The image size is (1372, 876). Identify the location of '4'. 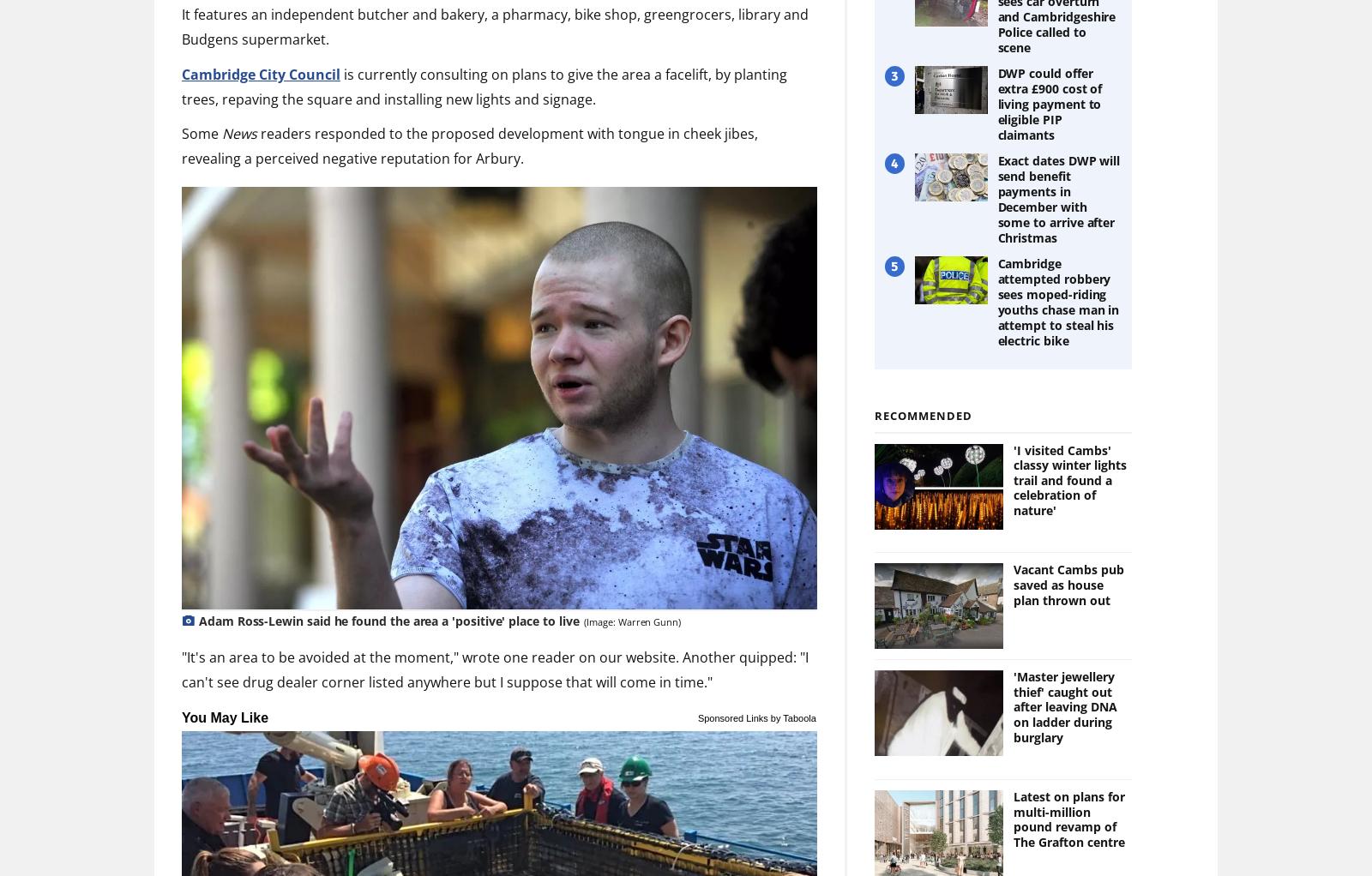
(894, 162).